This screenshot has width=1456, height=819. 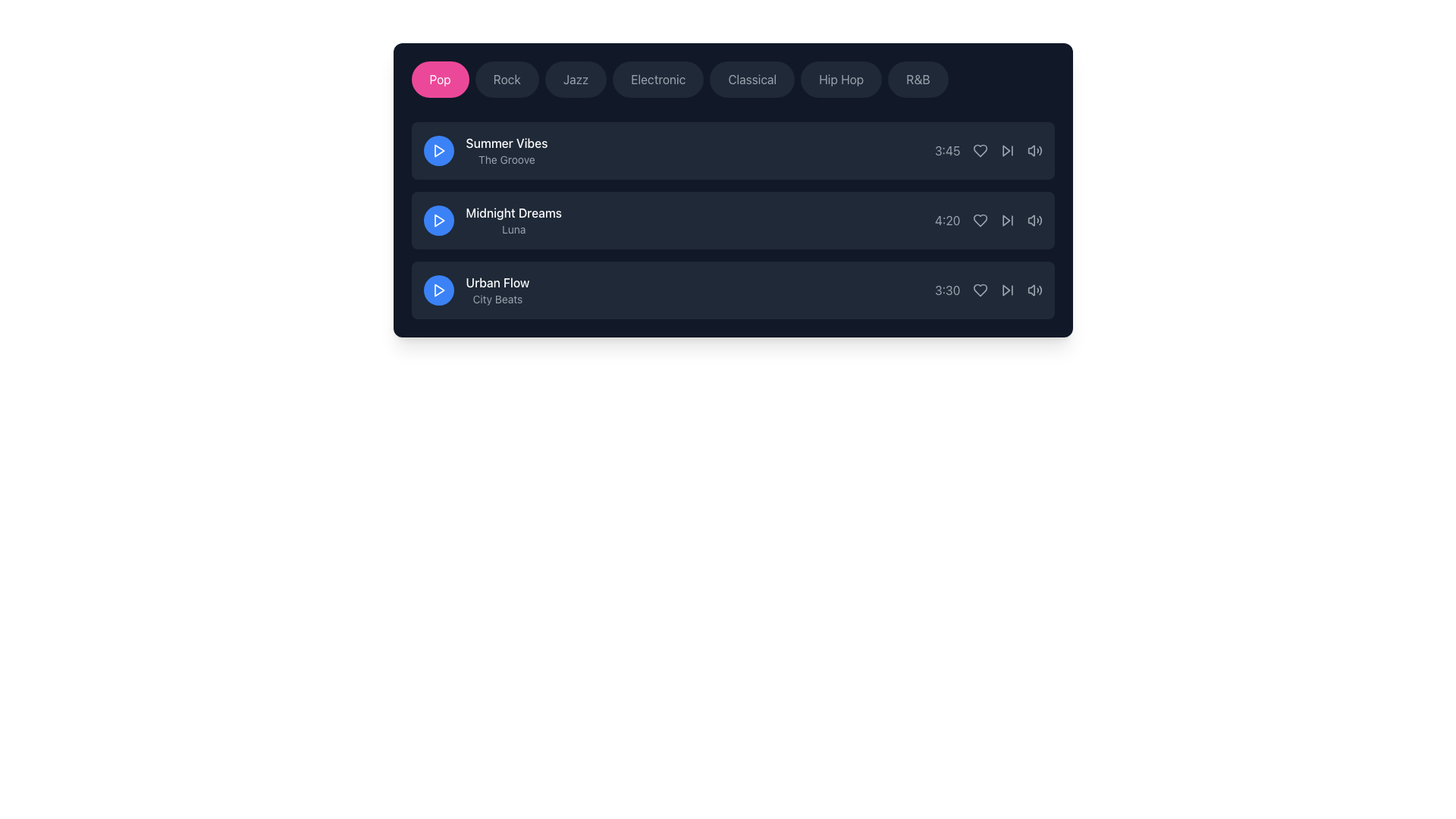 What do you see at coordinates (513, 230) in the screenshot?
I see `the text label displaying 'Luna', which is located below 'Midnight Dreams' in the second row of the playlist section` at bounding box center [513, 230].